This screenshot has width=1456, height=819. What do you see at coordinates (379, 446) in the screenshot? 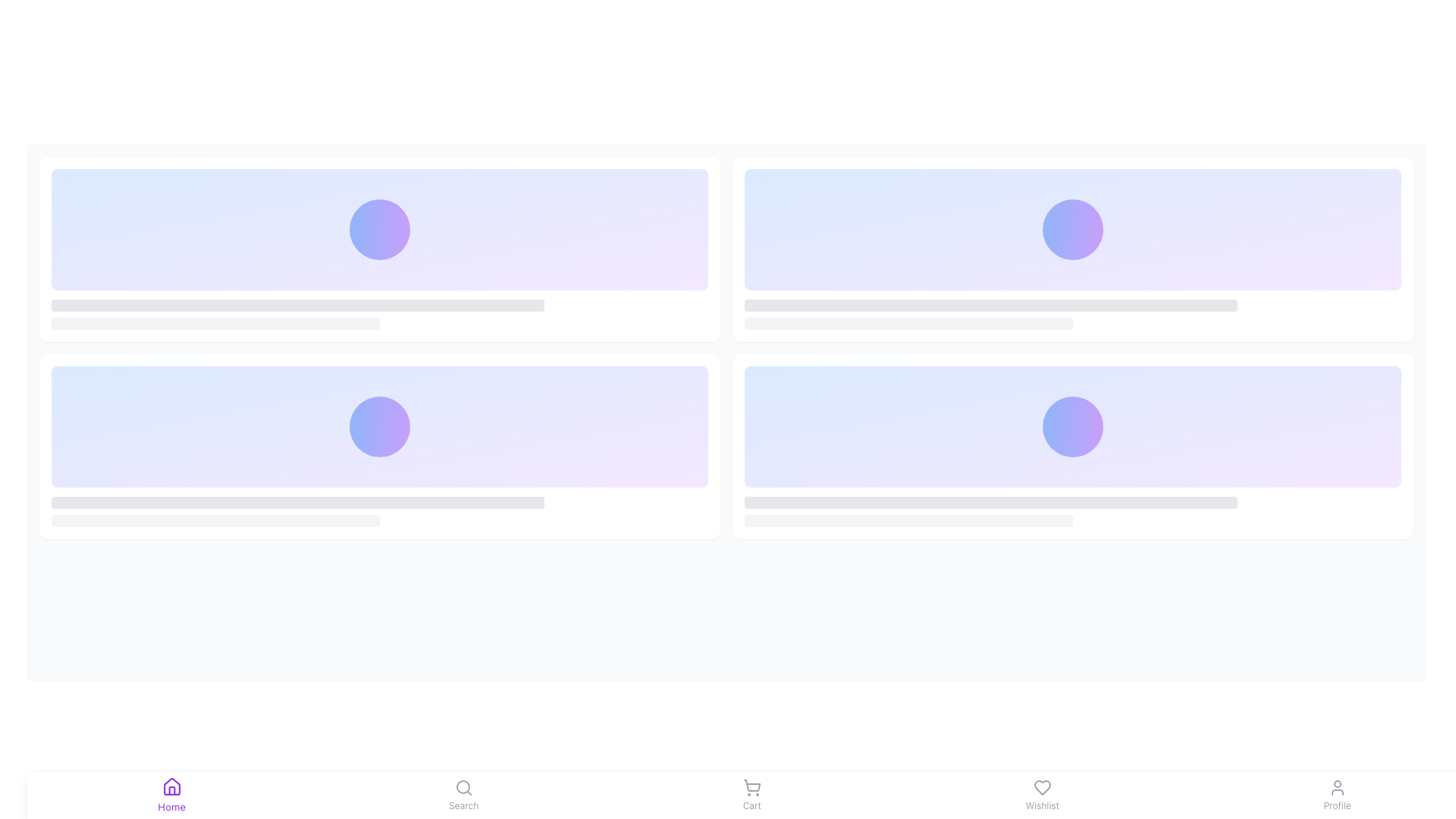
I see `the content card located in the bottom-left corner of the grid layout` at bounding box center [379, 446].